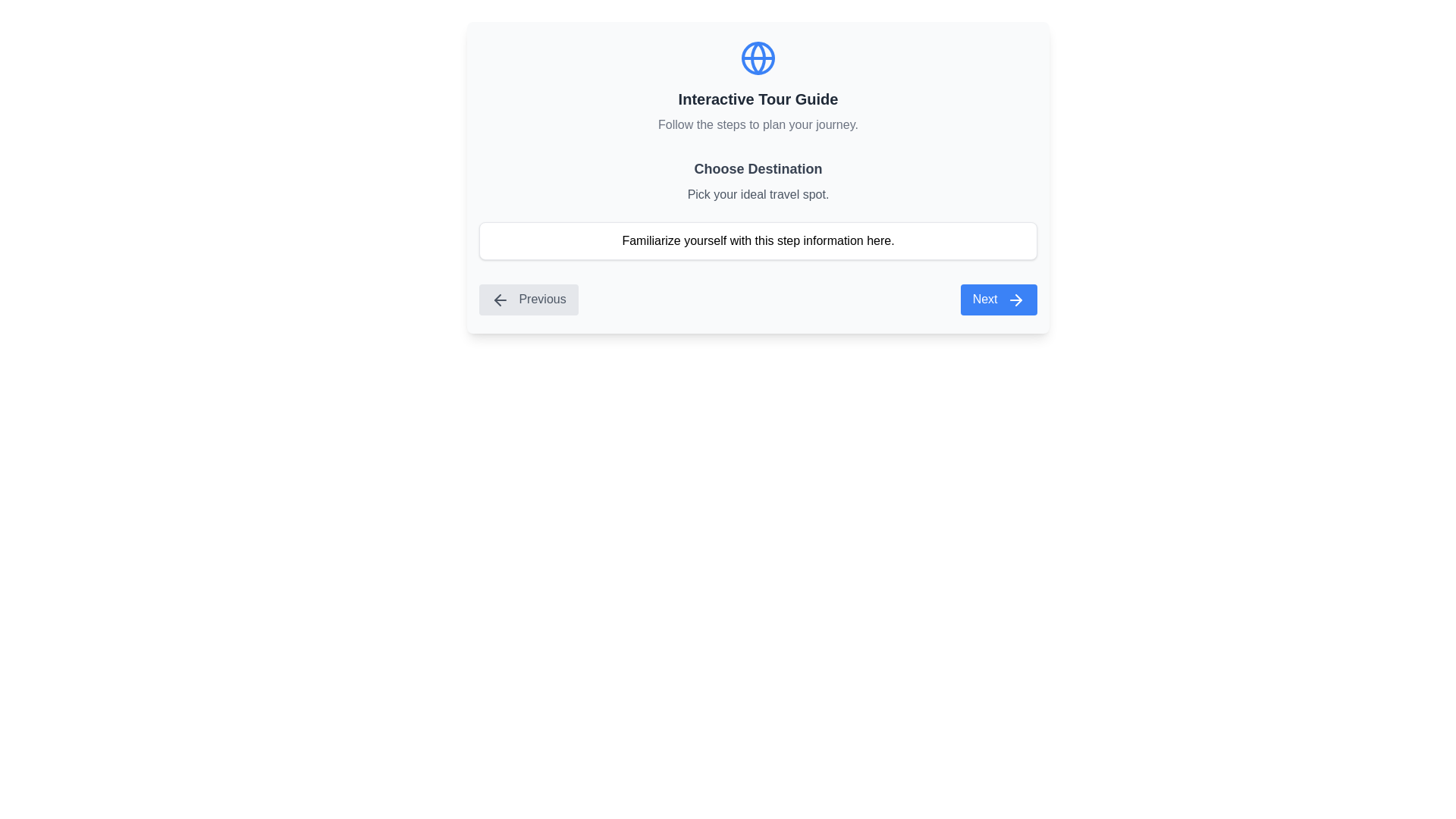 The height and width of the screenshot is (819, 1456). Describe the element at coordinates (500, 299) in the screenshot. I see `the left-pointing arrow SVG icon inside the 'Previous' button located at the bottom left section of the central panel` at that location.